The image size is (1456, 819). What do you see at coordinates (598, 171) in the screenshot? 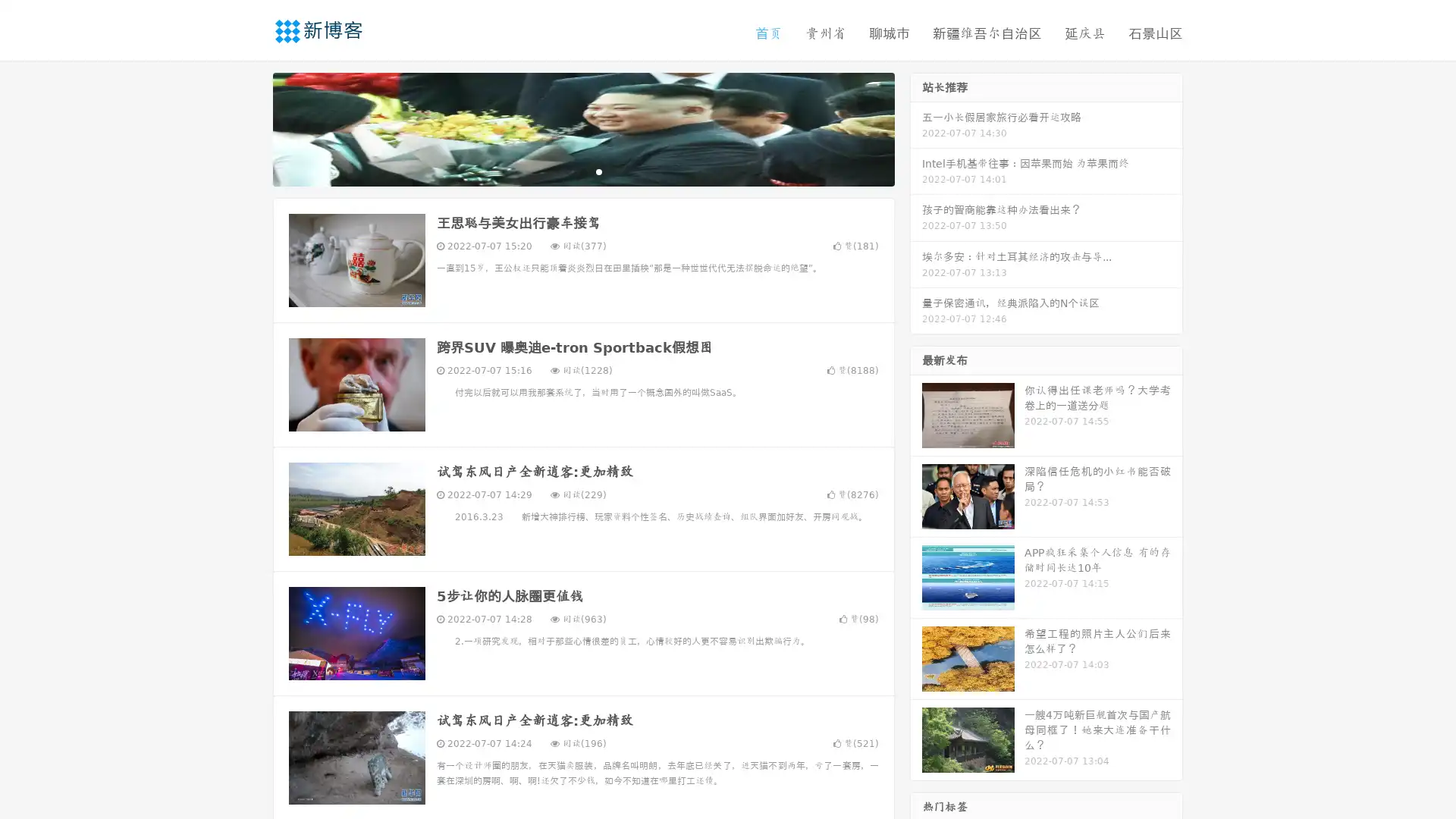
I see `Go to slide 3` at bounding box center [598, 171].